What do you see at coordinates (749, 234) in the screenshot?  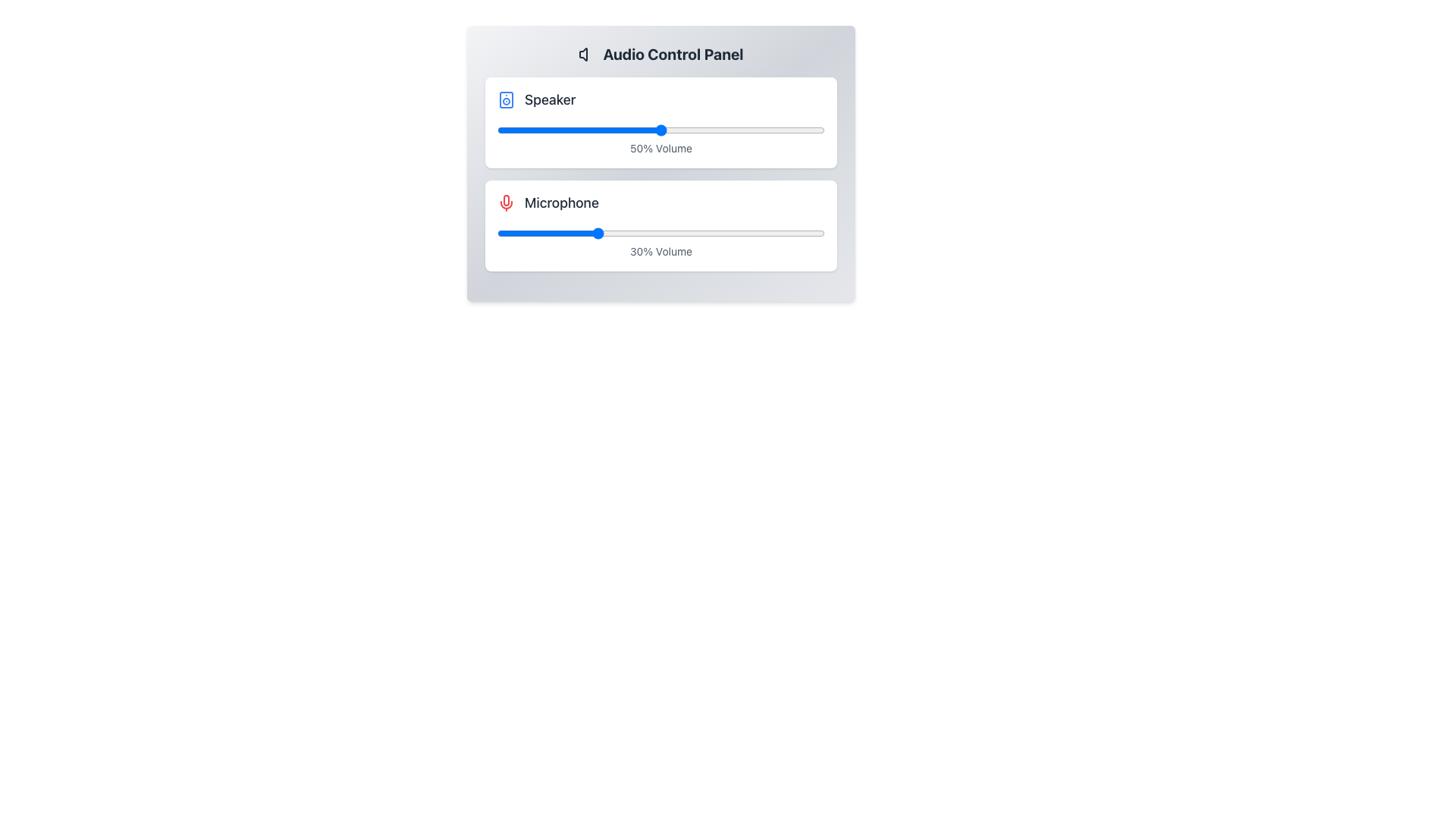 I see `the microphone volume` at bounding box center [749, 234].